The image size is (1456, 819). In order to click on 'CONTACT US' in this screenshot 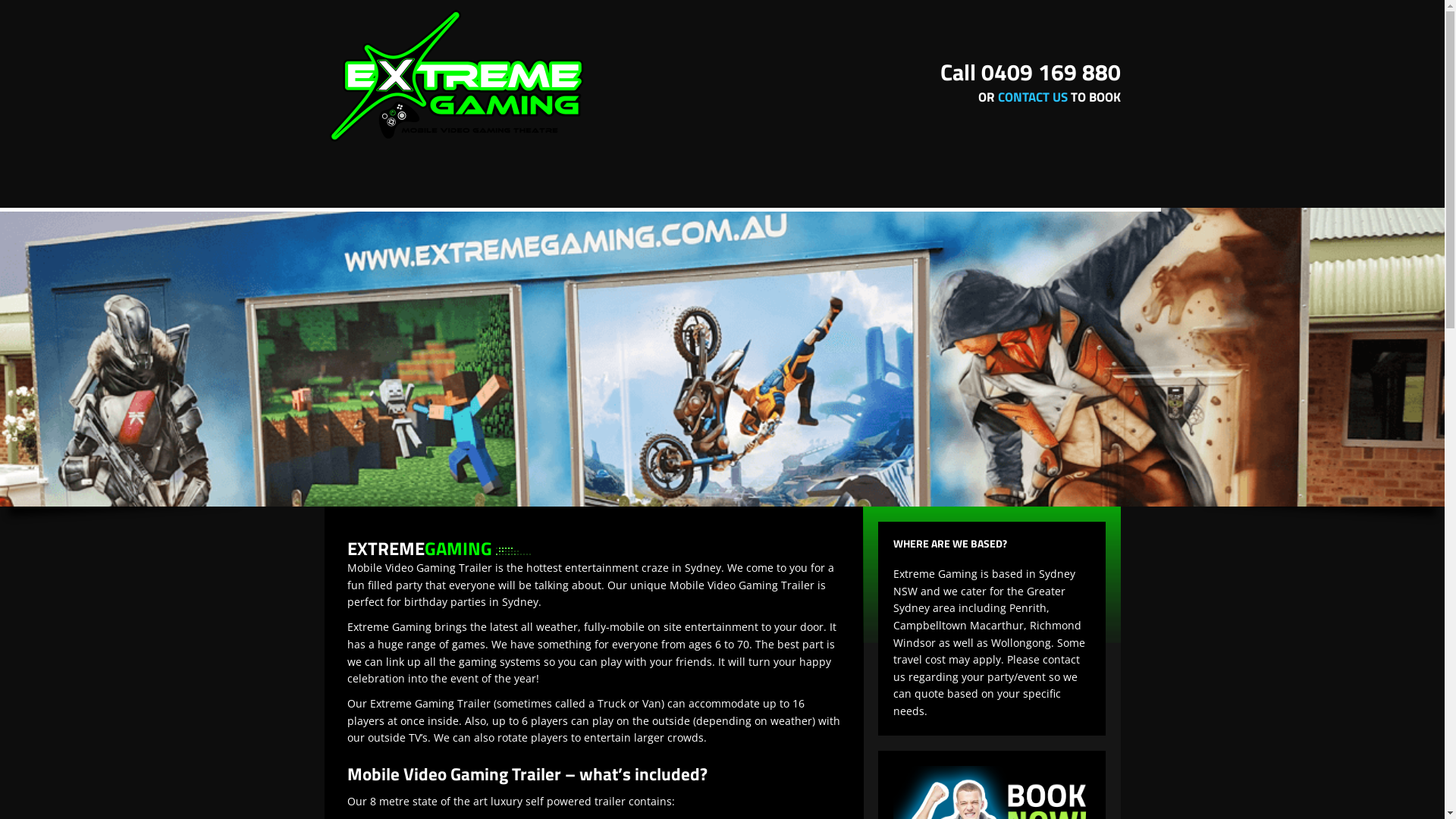, I will do `click(1032, 96)`.